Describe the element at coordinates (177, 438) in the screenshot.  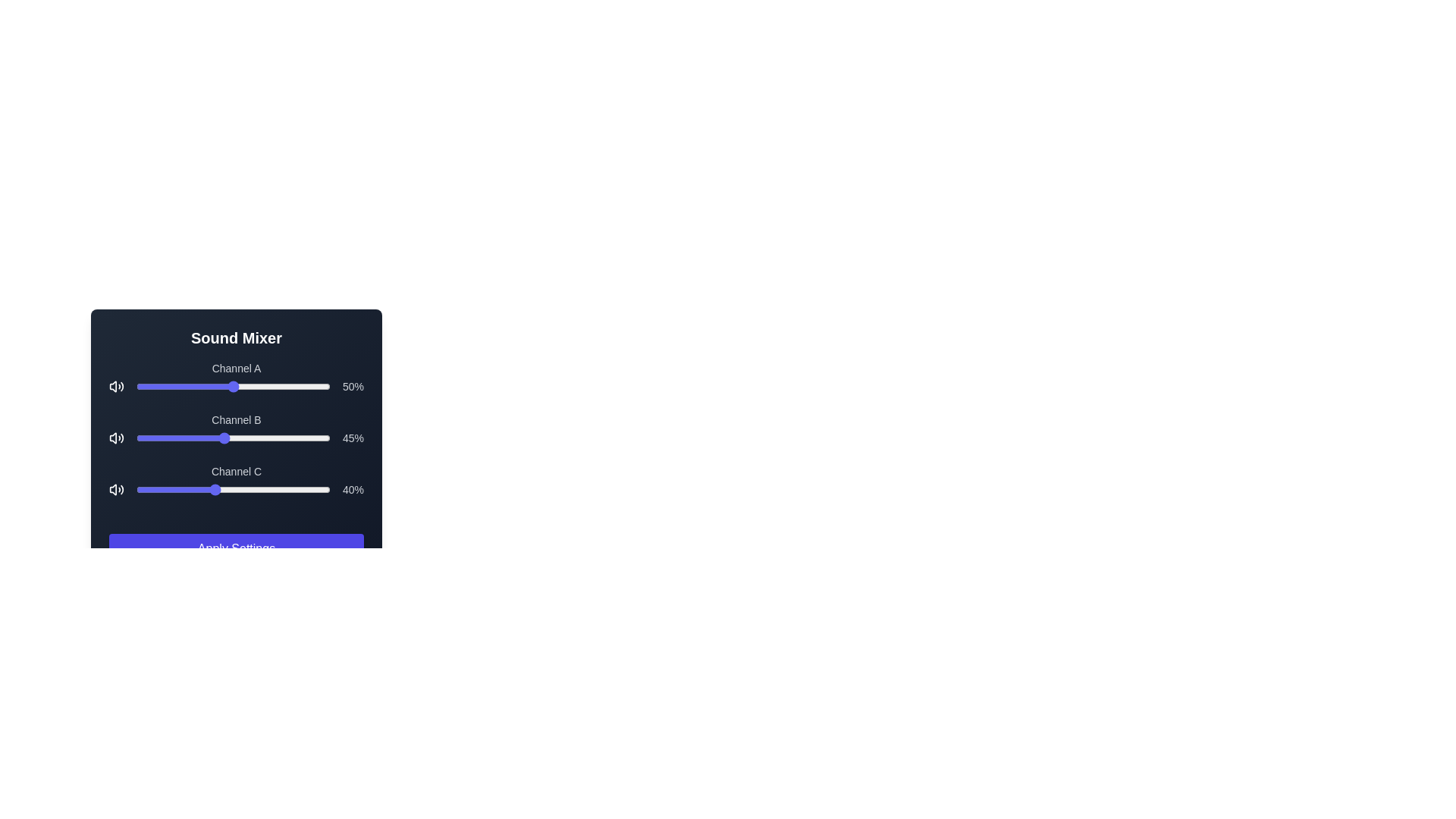
I see `the Channel B volume` at that location.